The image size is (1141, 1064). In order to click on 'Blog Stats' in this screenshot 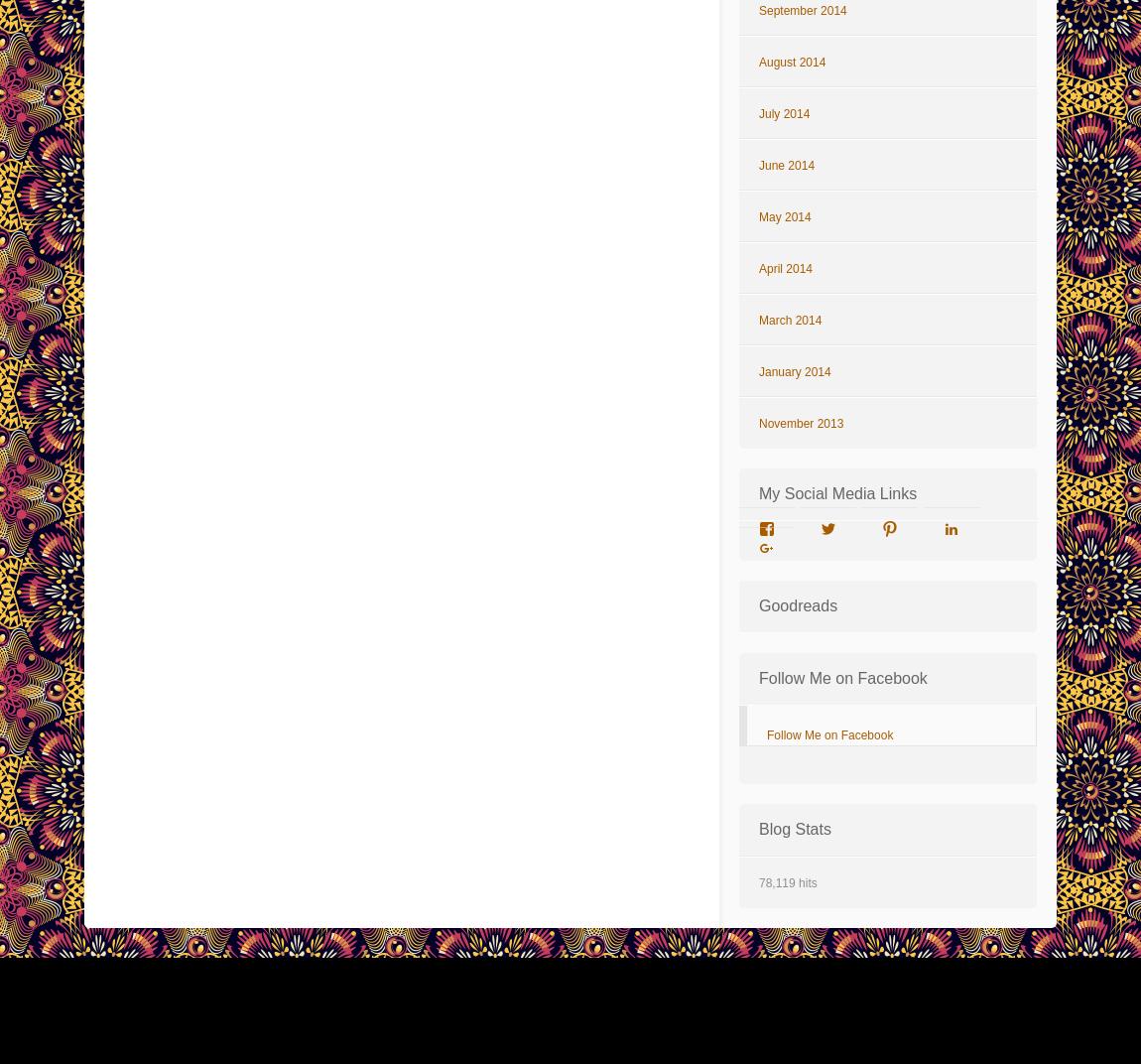, I will do `click(793, 828)`.